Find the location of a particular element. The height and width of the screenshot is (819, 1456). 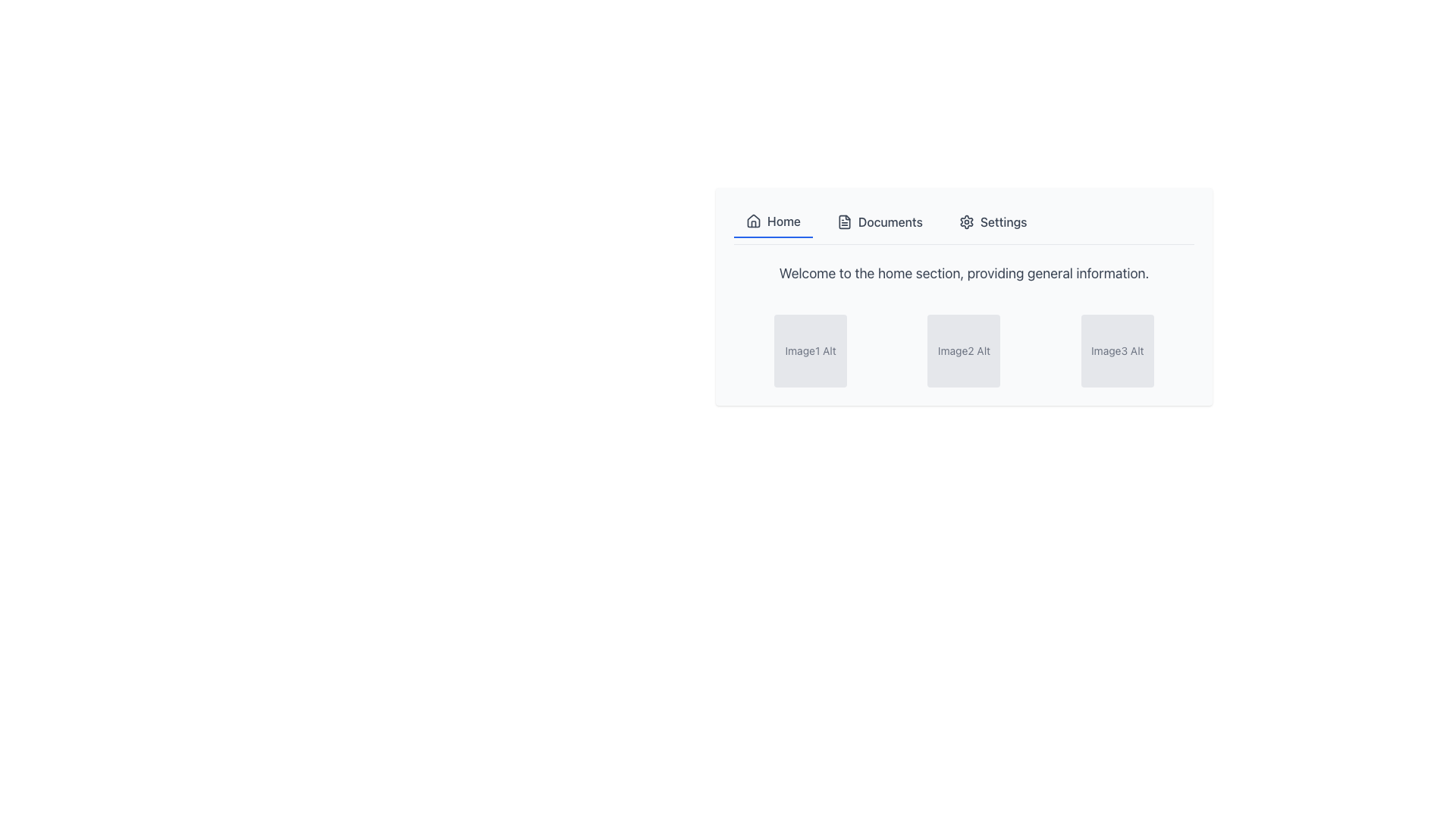

the 'Home' button in the navigation menu is located at coordinates (773, 222).